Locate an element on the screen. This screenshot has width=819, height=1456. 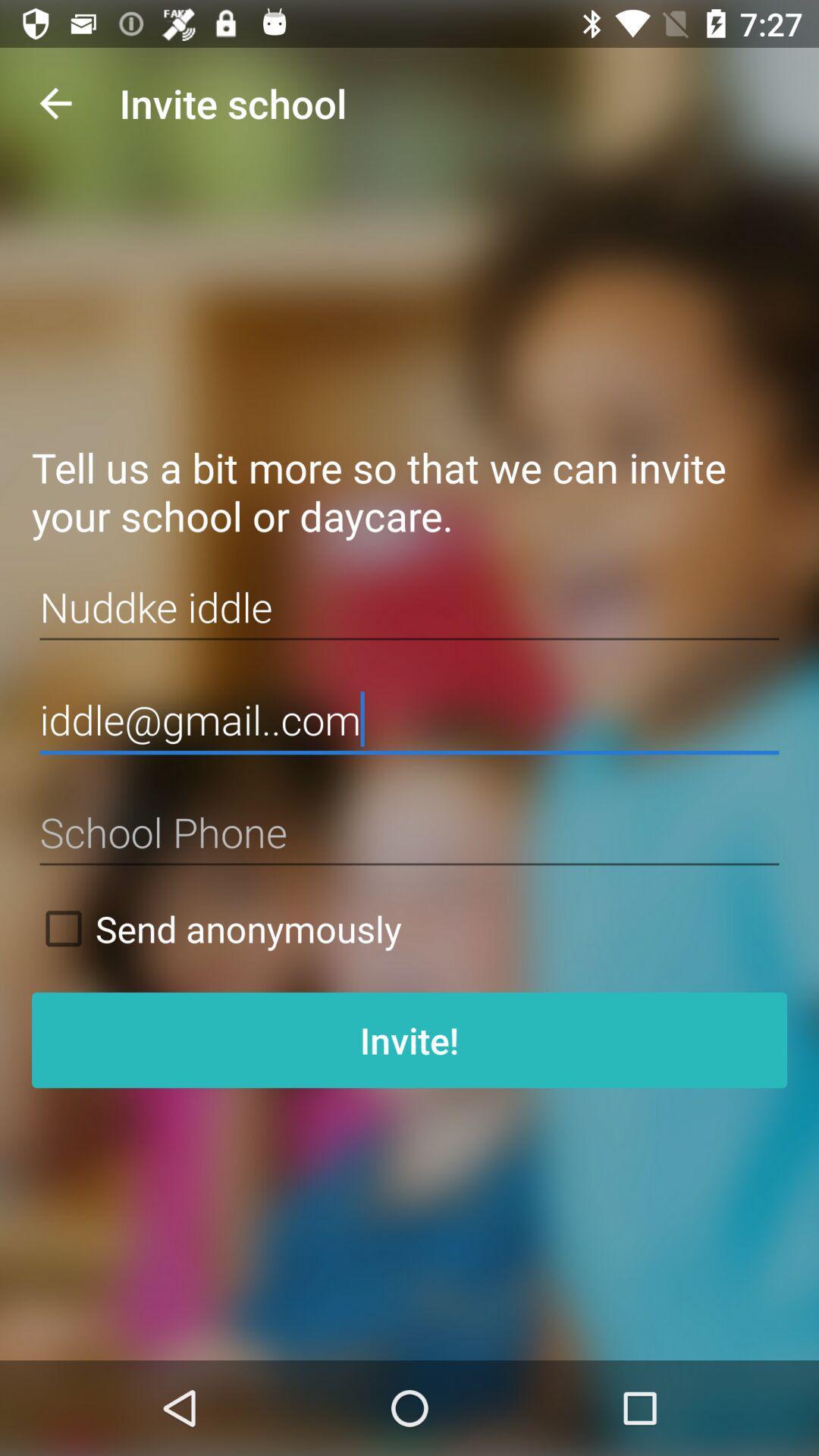
text box to enter phone number is located at coordinates (409, 832).